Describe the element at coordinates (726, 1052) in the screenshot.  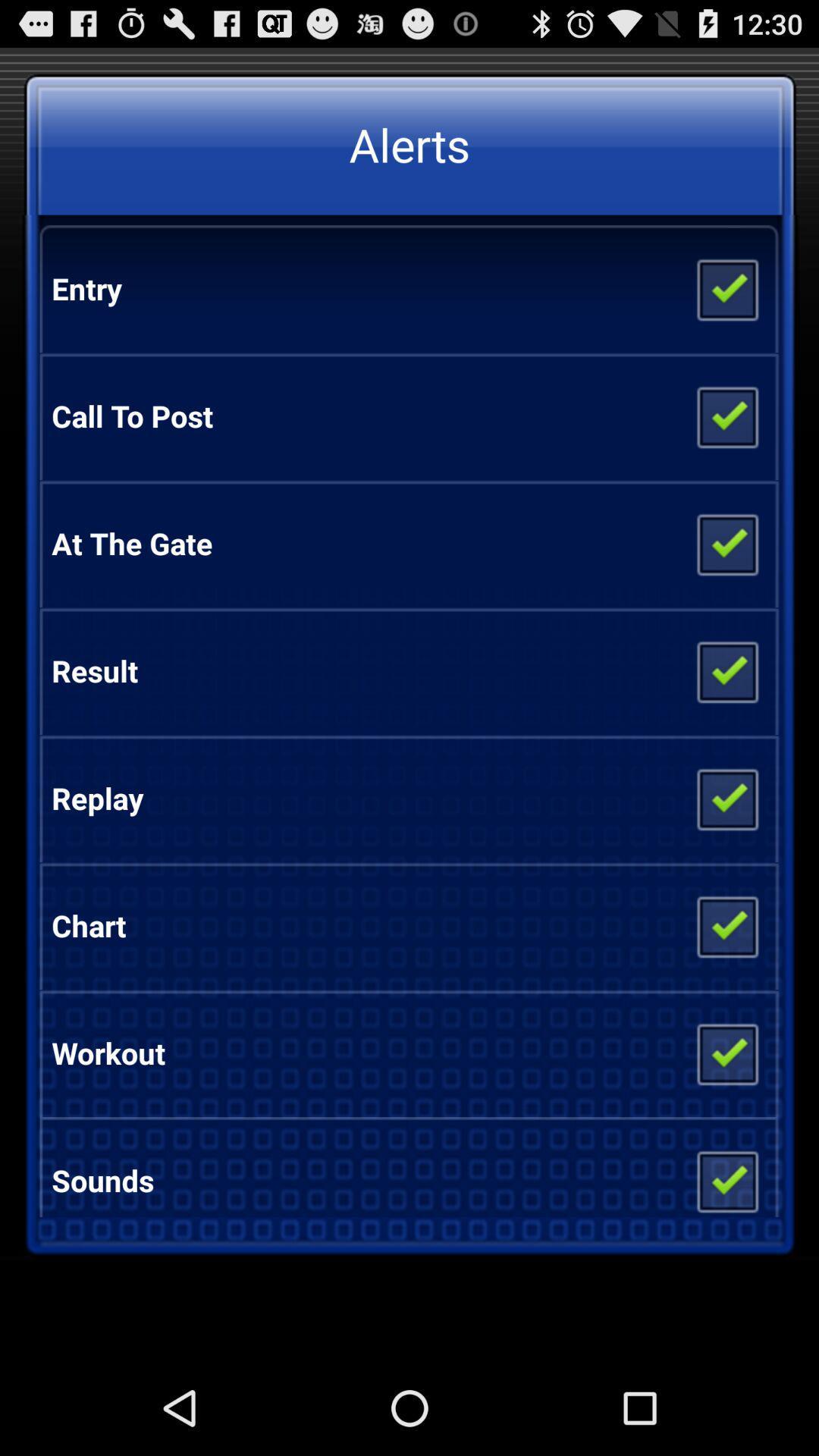
I see `selected` at that location.